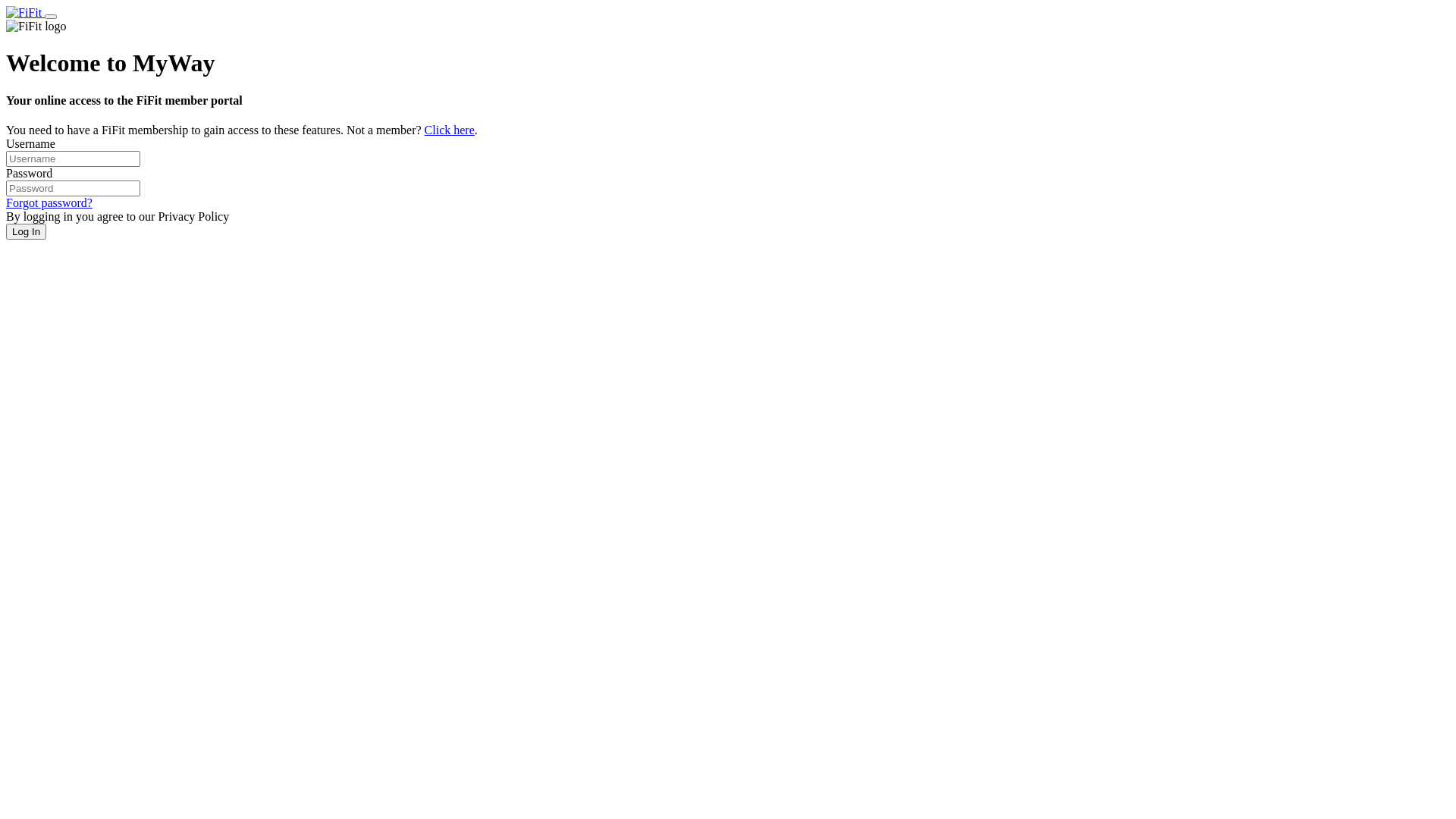 The image size is (1456, 819). Describe the element at coordinates (449, 129) in the screenshot. I see `'Click here'` at that location.